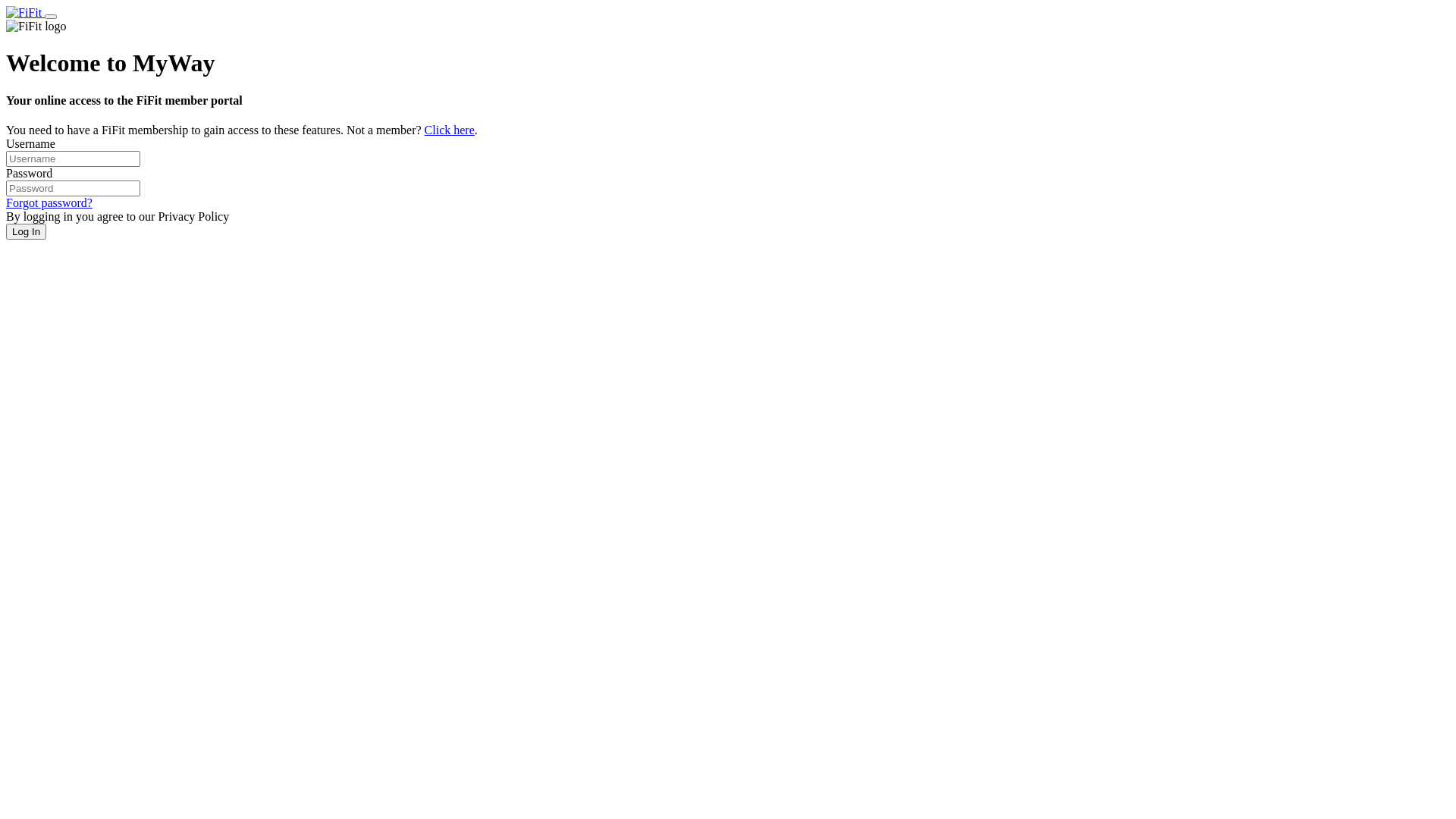 The image size is (1456, 819). Describe the element at coordinates (449, 129) in the screenshot. I see `'Click here'` at that location.